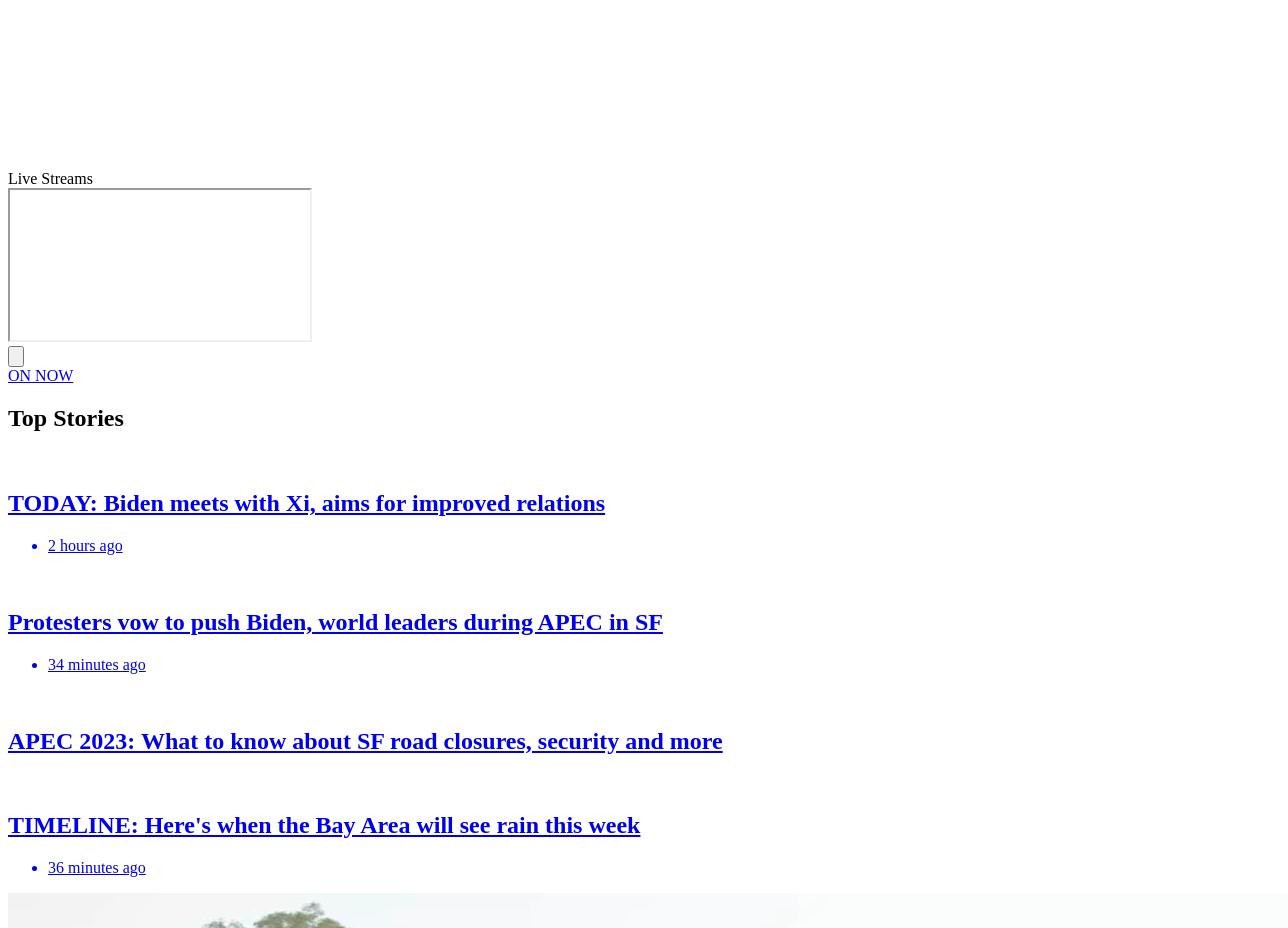 The height and width of the screenshot is (928, 1288). I want to click on 'ON NOW', so click(40, 375).